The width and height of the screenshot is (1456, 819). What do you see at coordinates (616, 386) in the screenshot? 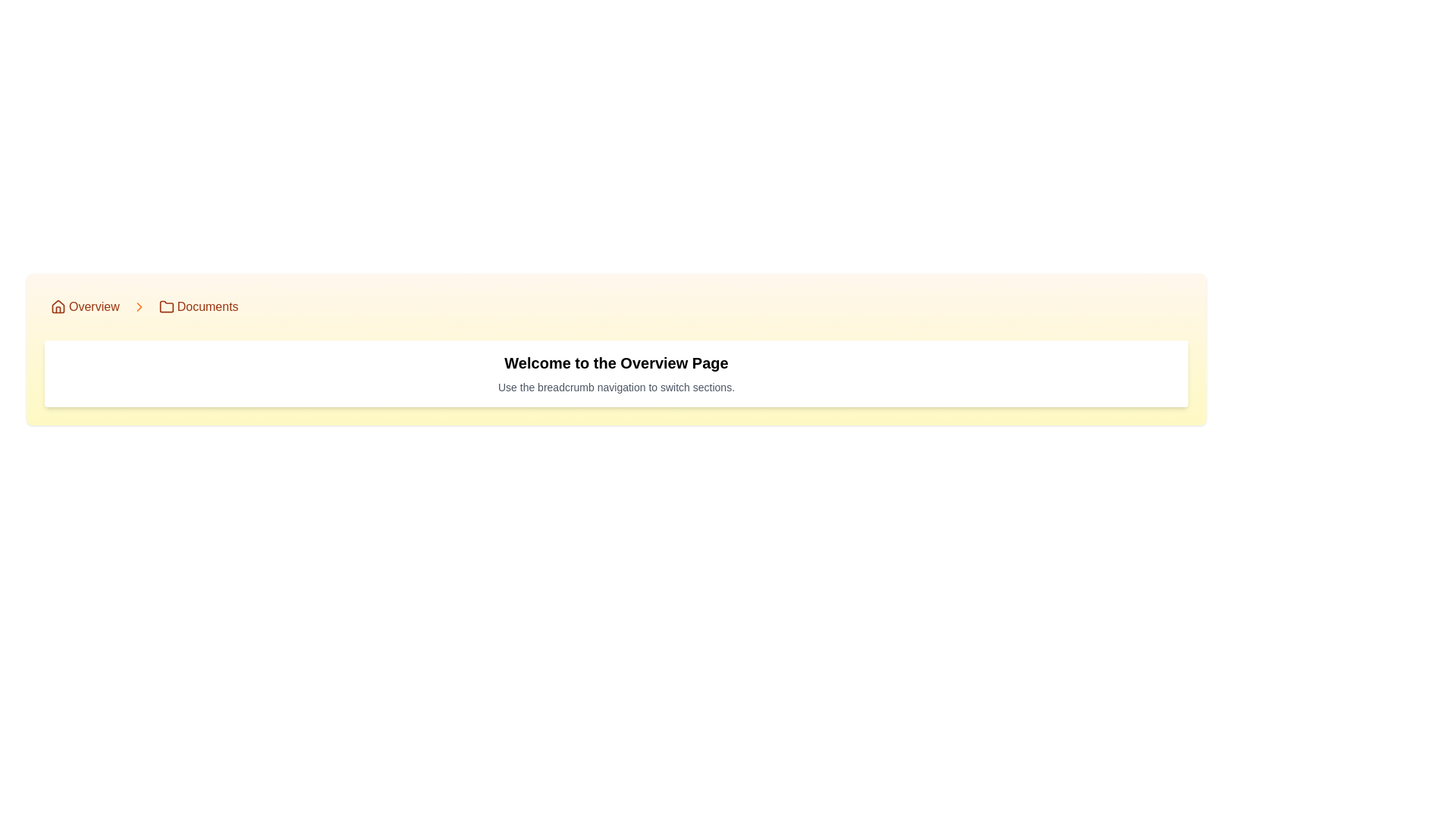
I see `the static instructional text below the title 'Welcome to the Overview Page' that guides users on using breadcrumb navigation` at bounding box center [616, 386].